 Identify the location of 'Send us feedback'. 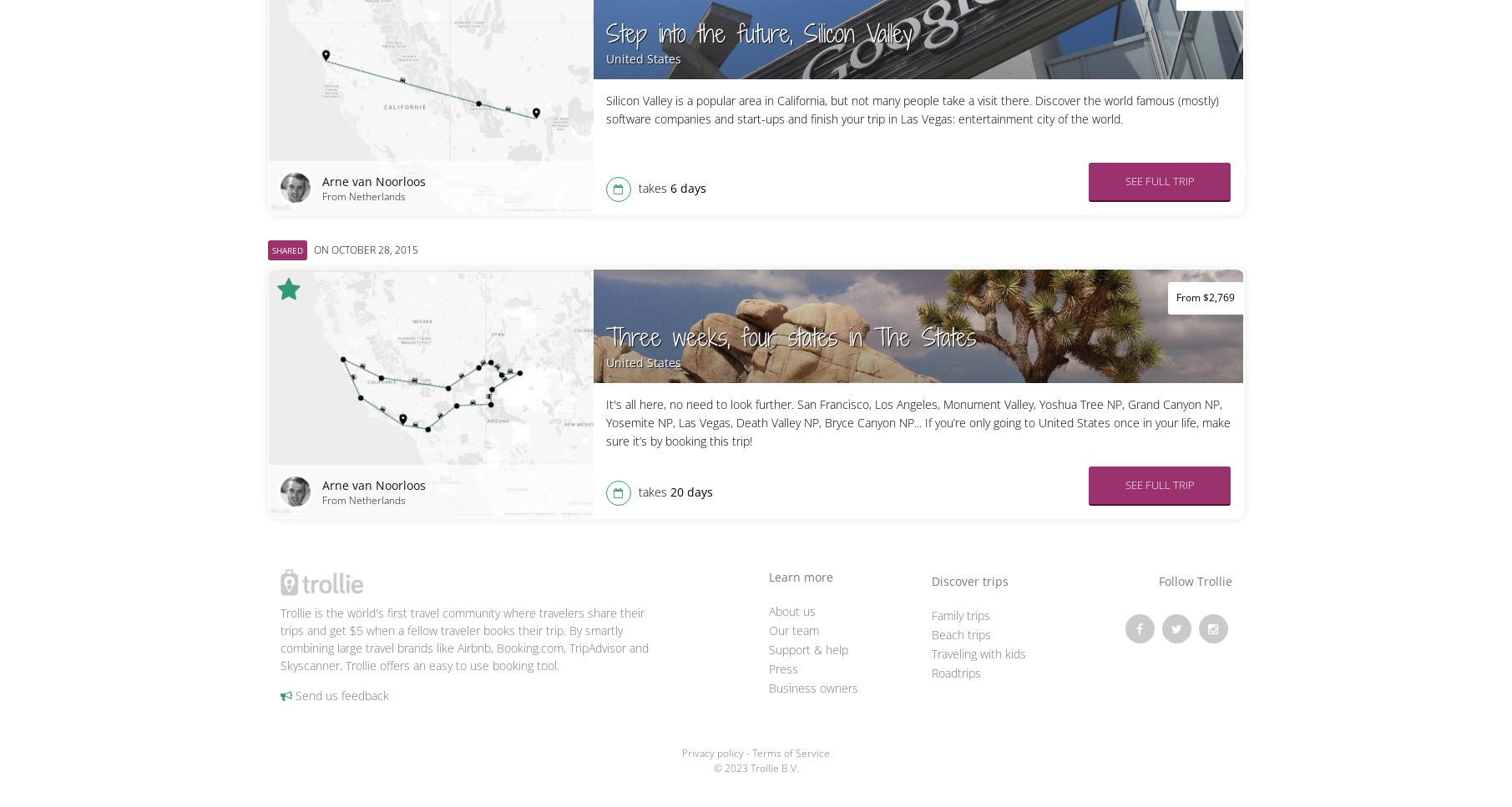
(339, 694).